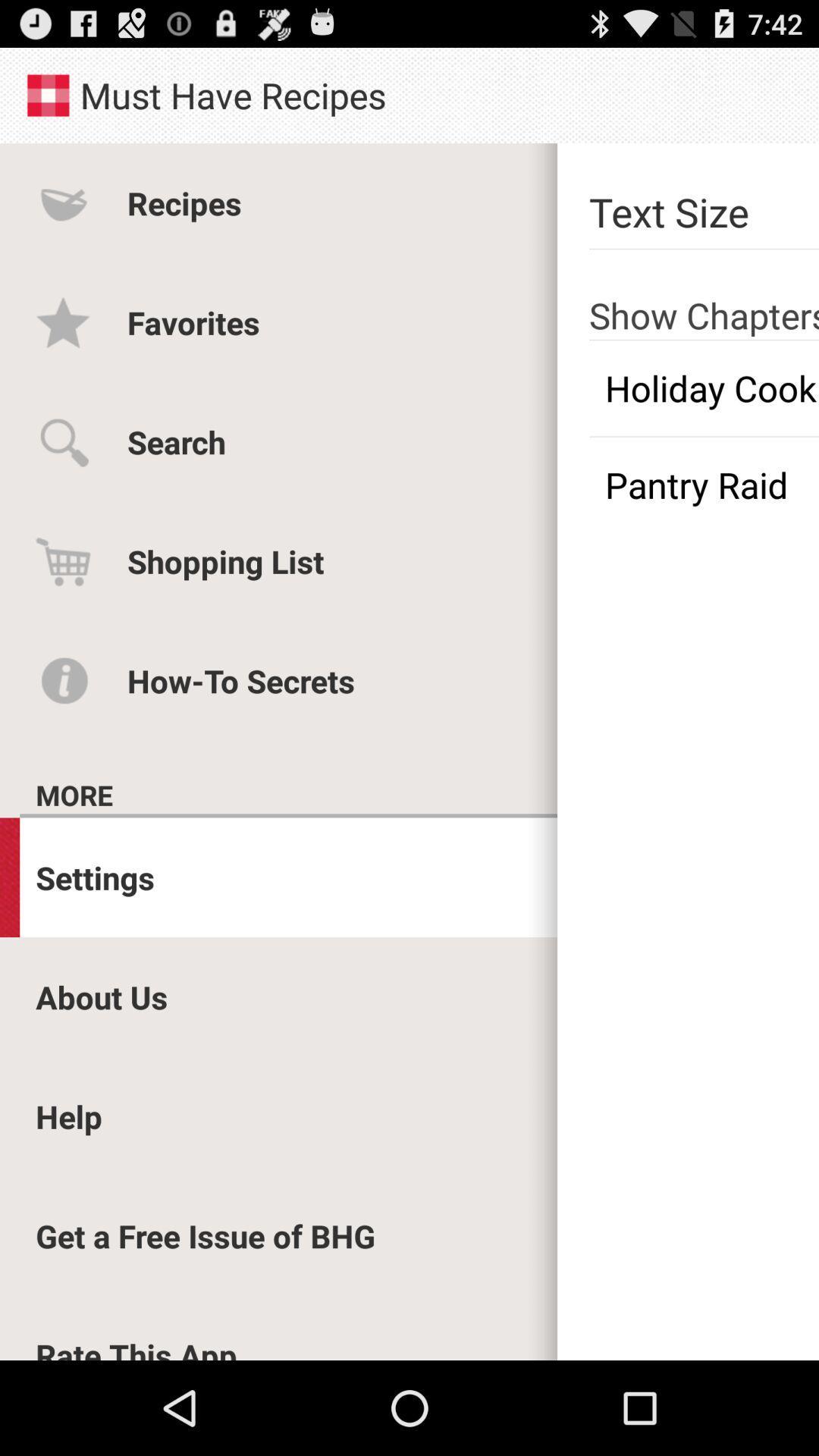  Describe the element at coordinates (102, 996) in the screenshot. I see `the about us` at that location.